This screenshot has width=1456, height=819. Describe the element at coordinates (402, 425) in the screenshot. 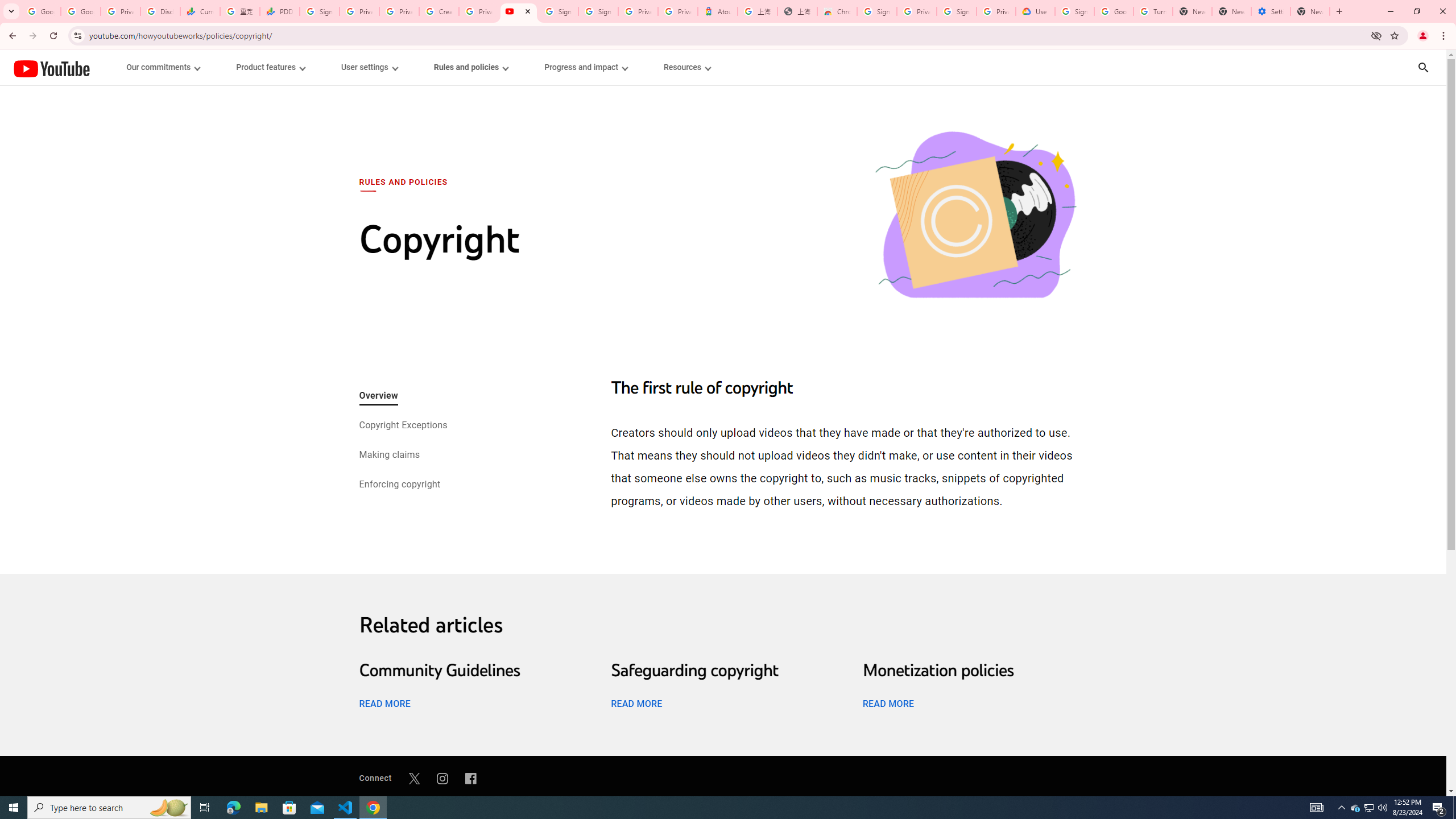

I see `'Copyright Exceptions'` at that location.